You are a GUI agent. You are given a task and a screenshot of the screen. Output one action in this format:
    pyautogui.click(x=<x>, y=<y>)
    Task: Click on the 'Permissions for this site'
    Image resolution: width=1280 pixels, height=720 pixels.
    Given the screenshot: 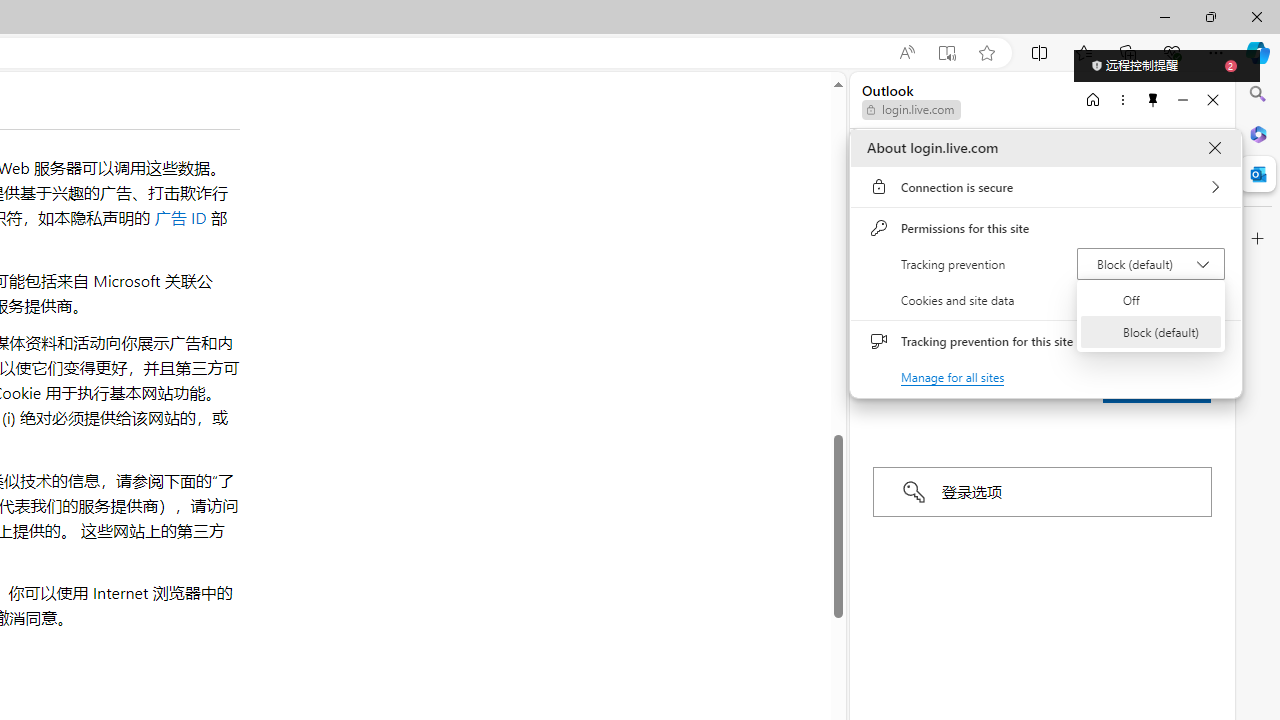 What is the action you would take?
    pyautogui.click(x=1045, y=227)
    